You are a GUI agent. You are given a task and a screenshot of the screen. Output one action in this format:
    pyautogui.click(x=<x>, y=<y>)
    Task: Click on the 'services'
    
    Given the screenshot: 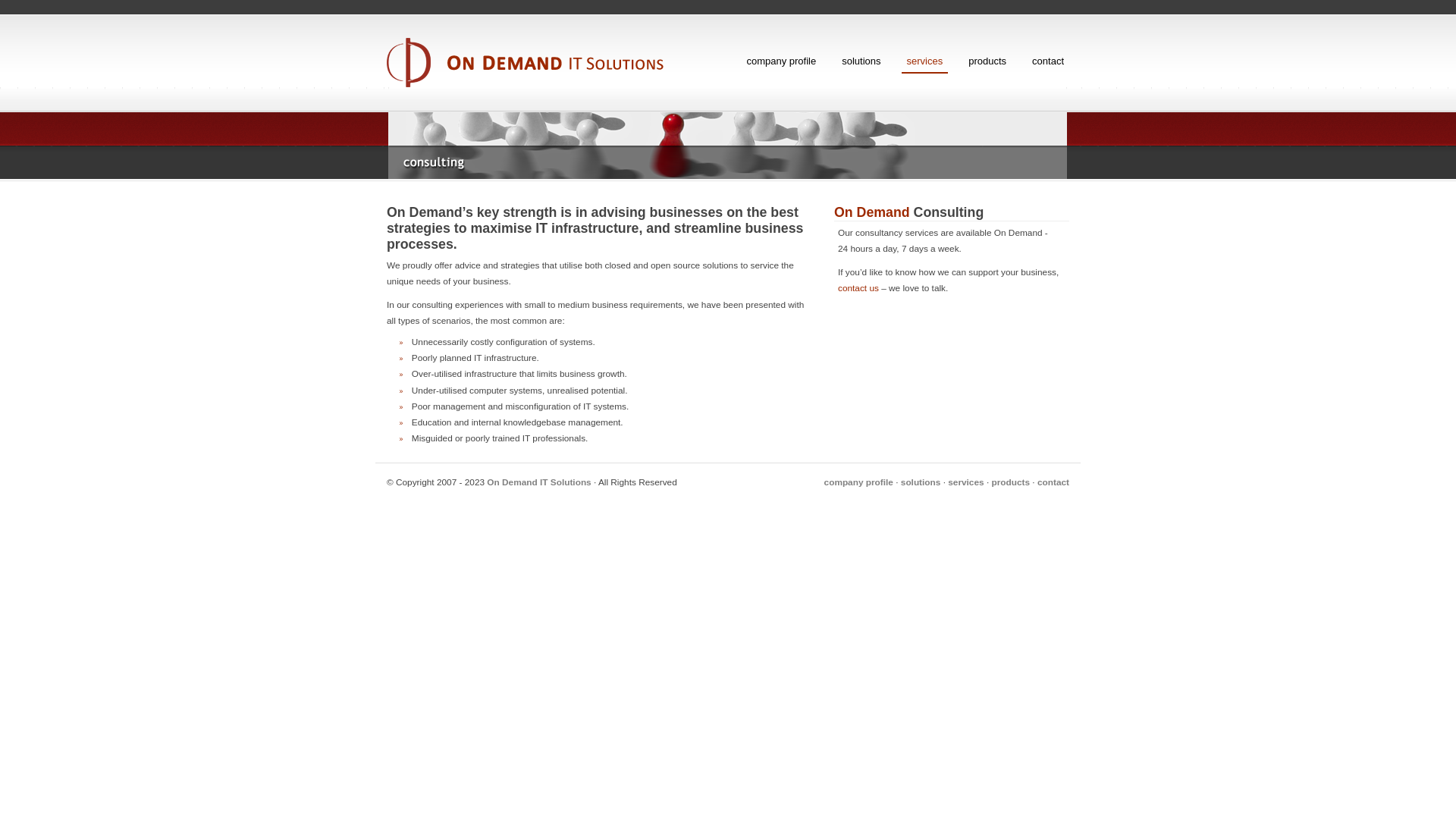 What is the action you would take?
    pyautogui.click(x=902, y=61)
    